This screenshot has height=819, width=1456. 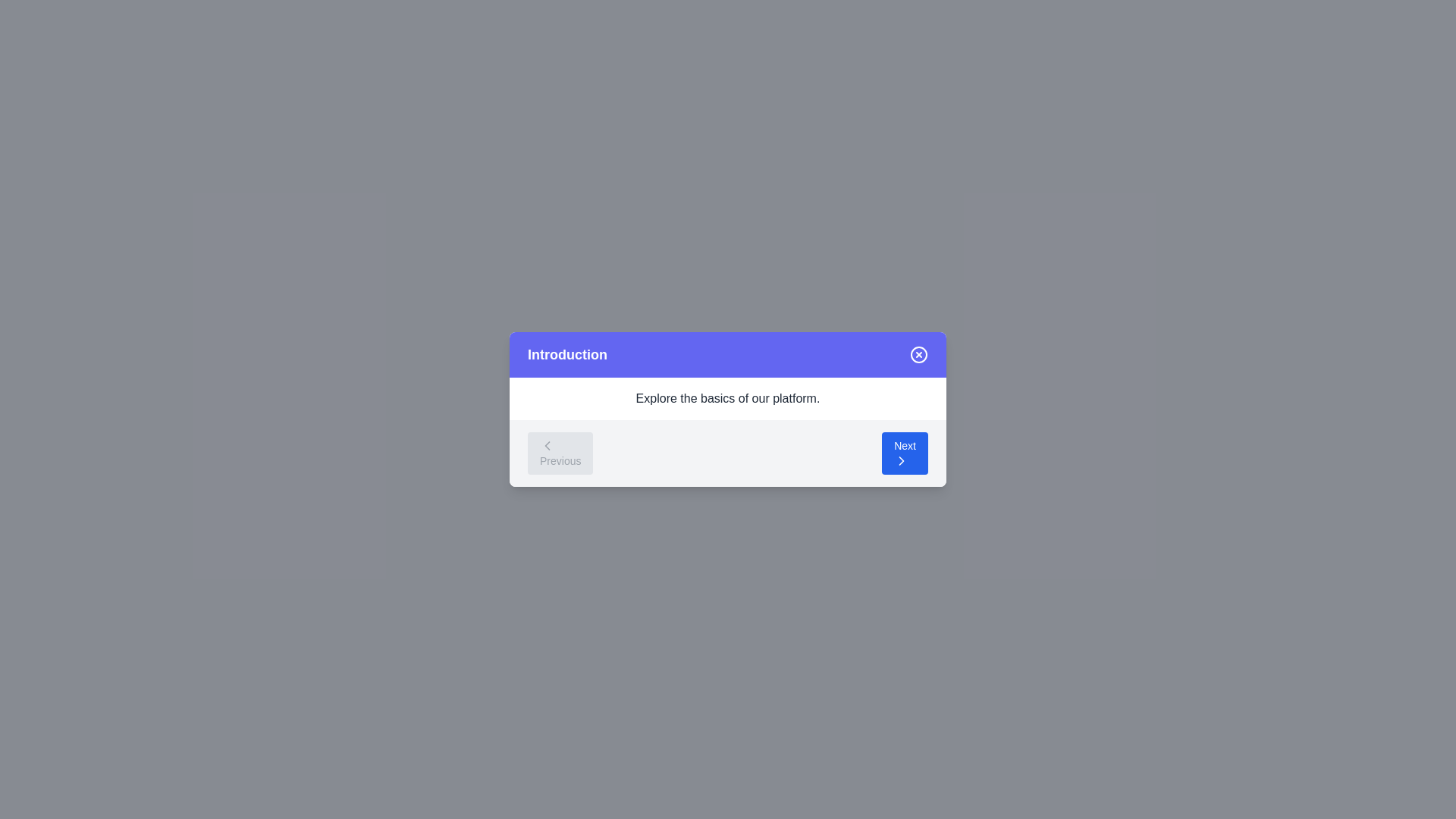 I want to click on static text element providing introductory information, located below the title 'Introduction' in the modal card, so click(x=728, y=397).